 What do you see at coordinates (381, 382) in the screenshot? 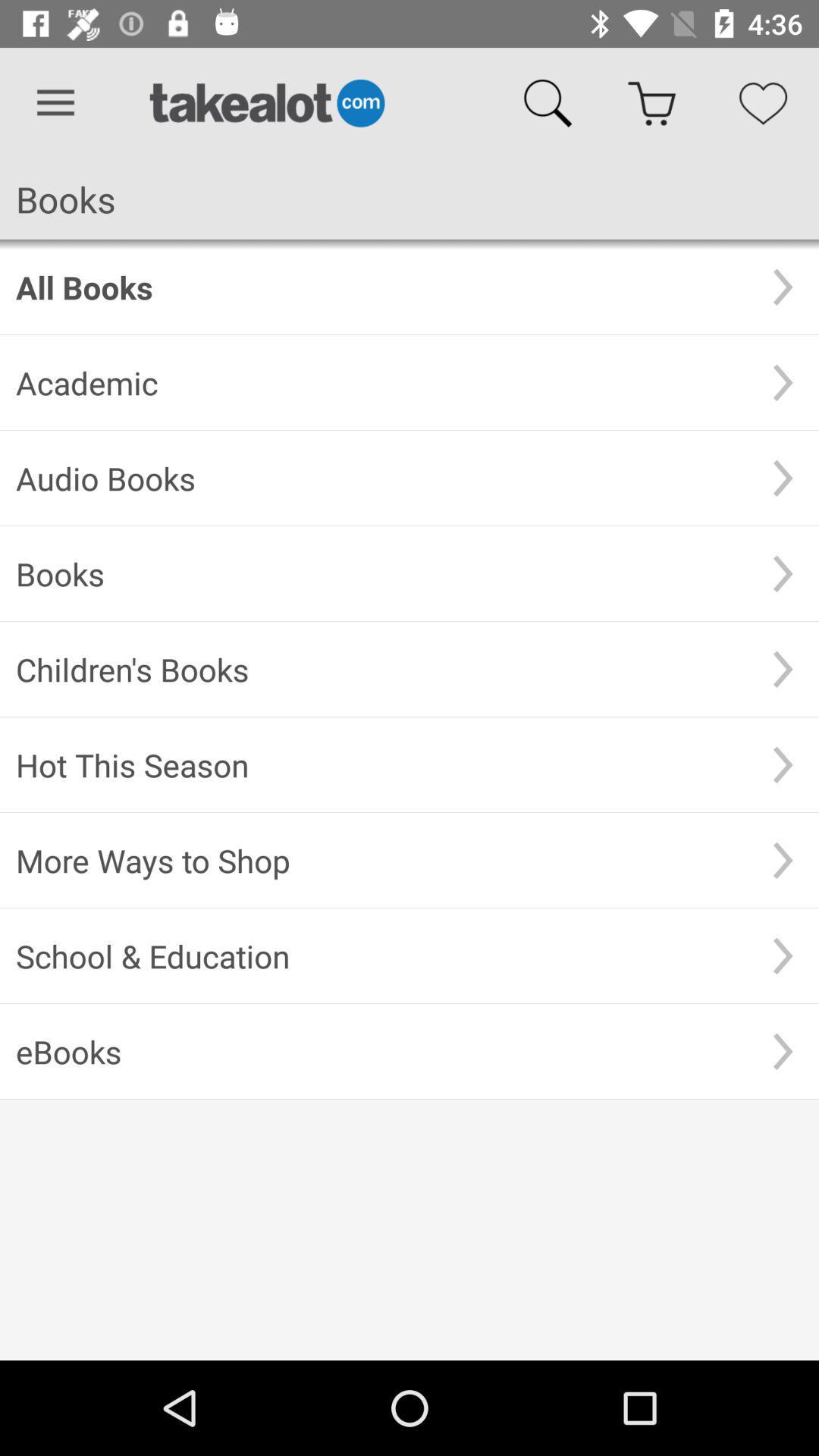
I see `the item below the all books` at bounding box center [381, 382].